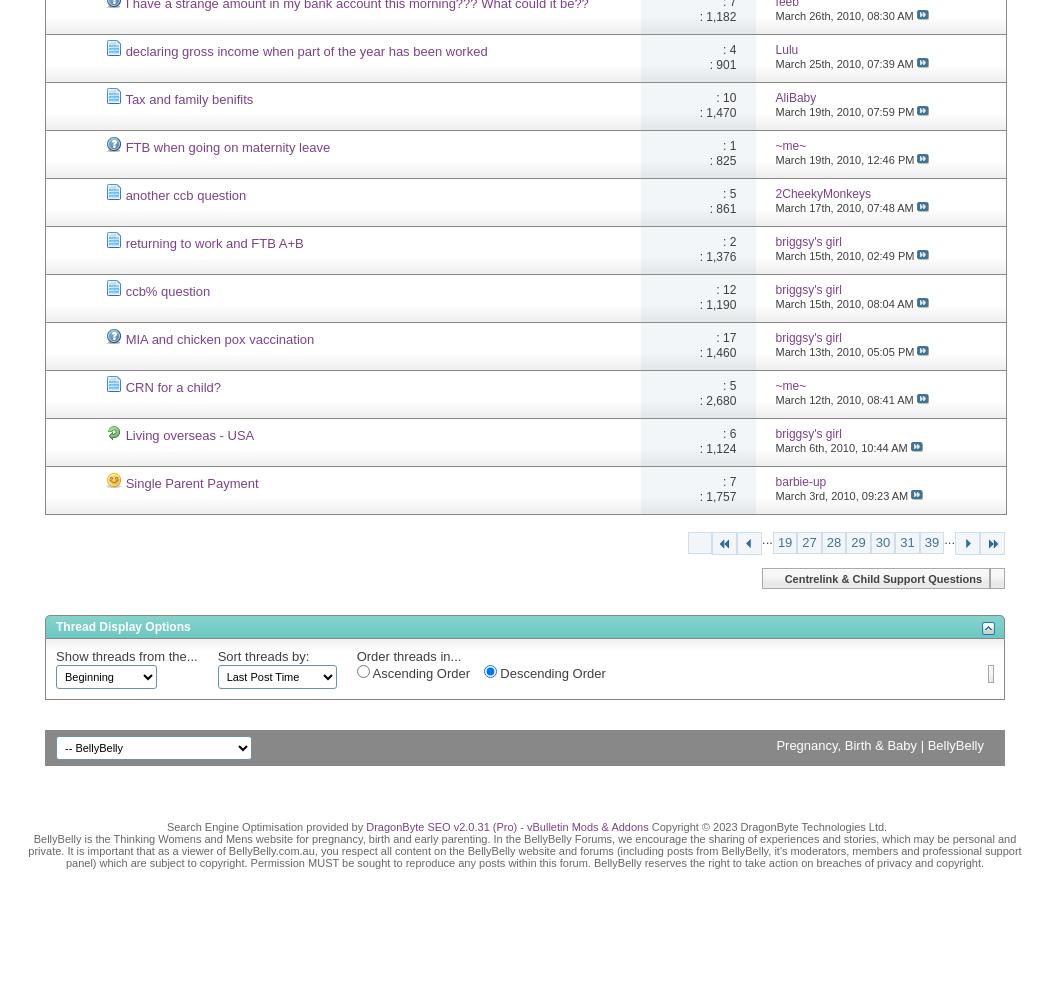 The width and height of the screenshot is (1050, 1000). Describe the element at coordinates (523, 849) in the screenshot. I see `'BellyBelly is the Thinking Womens and Mens website for pregnancy, birth and early parenting. In the BellyBelly Forums, we encourage the sharing of experiences and stories, which may be personal and private. It is important that as a viewer of BellyBelly.com.au, you respect all content on the BellyBelly website and forums (including posts from BellyBelly, it's moderators, members and professional support panel) which are subject to copyright. Permission MUST be sought to reproduce any posts within this forum. BellyBelly reserves the right to take action on breaches of privacy and copyright.'` at that location.